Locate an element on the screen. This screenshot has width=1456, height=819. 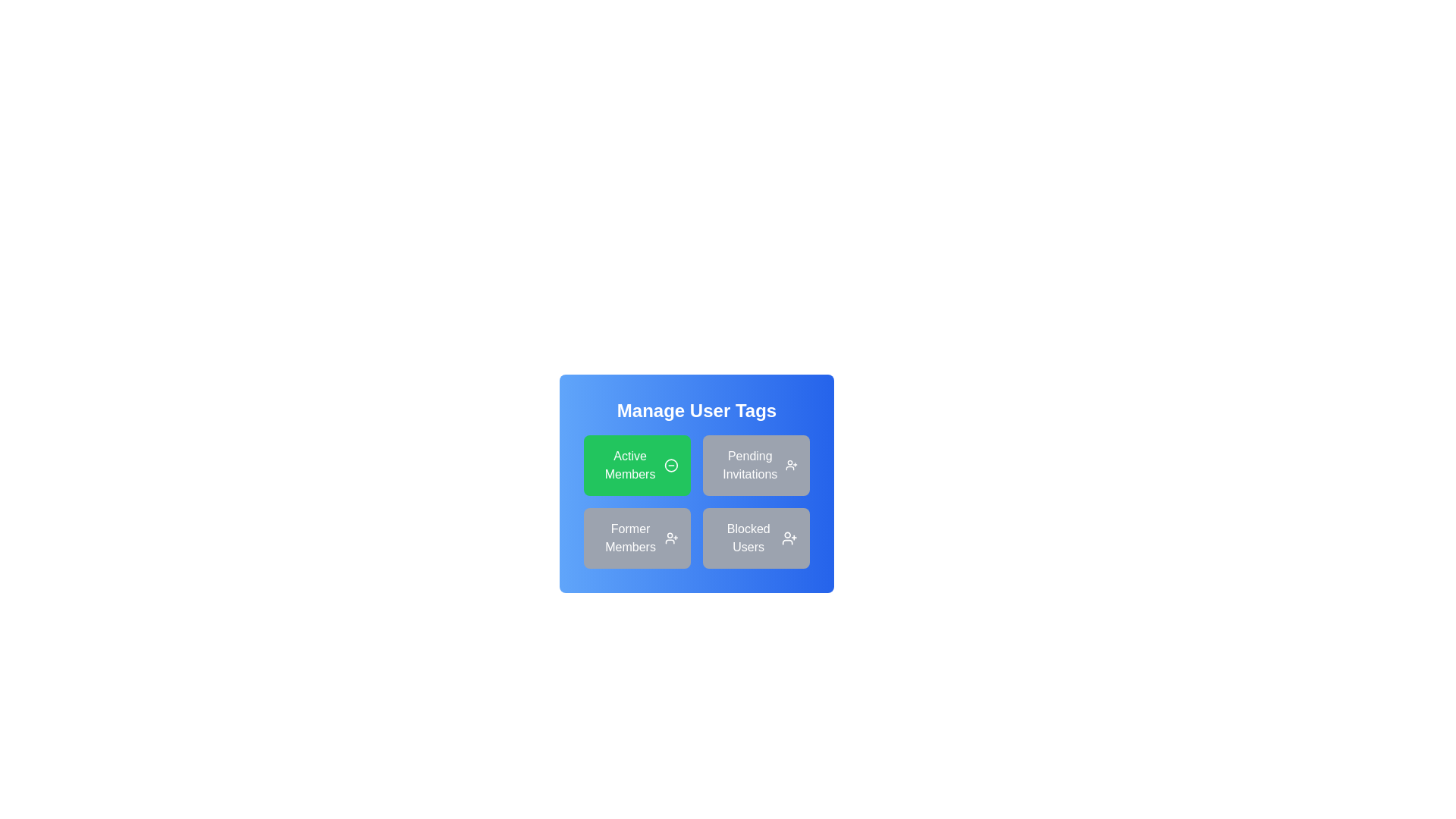
the button surrounding the 'Blocked Users' label, which is styled with a bold font and is located in the bottom-right position of the 2x2 grid under 'Manage User Tags' is located at coordinates (748, 537).